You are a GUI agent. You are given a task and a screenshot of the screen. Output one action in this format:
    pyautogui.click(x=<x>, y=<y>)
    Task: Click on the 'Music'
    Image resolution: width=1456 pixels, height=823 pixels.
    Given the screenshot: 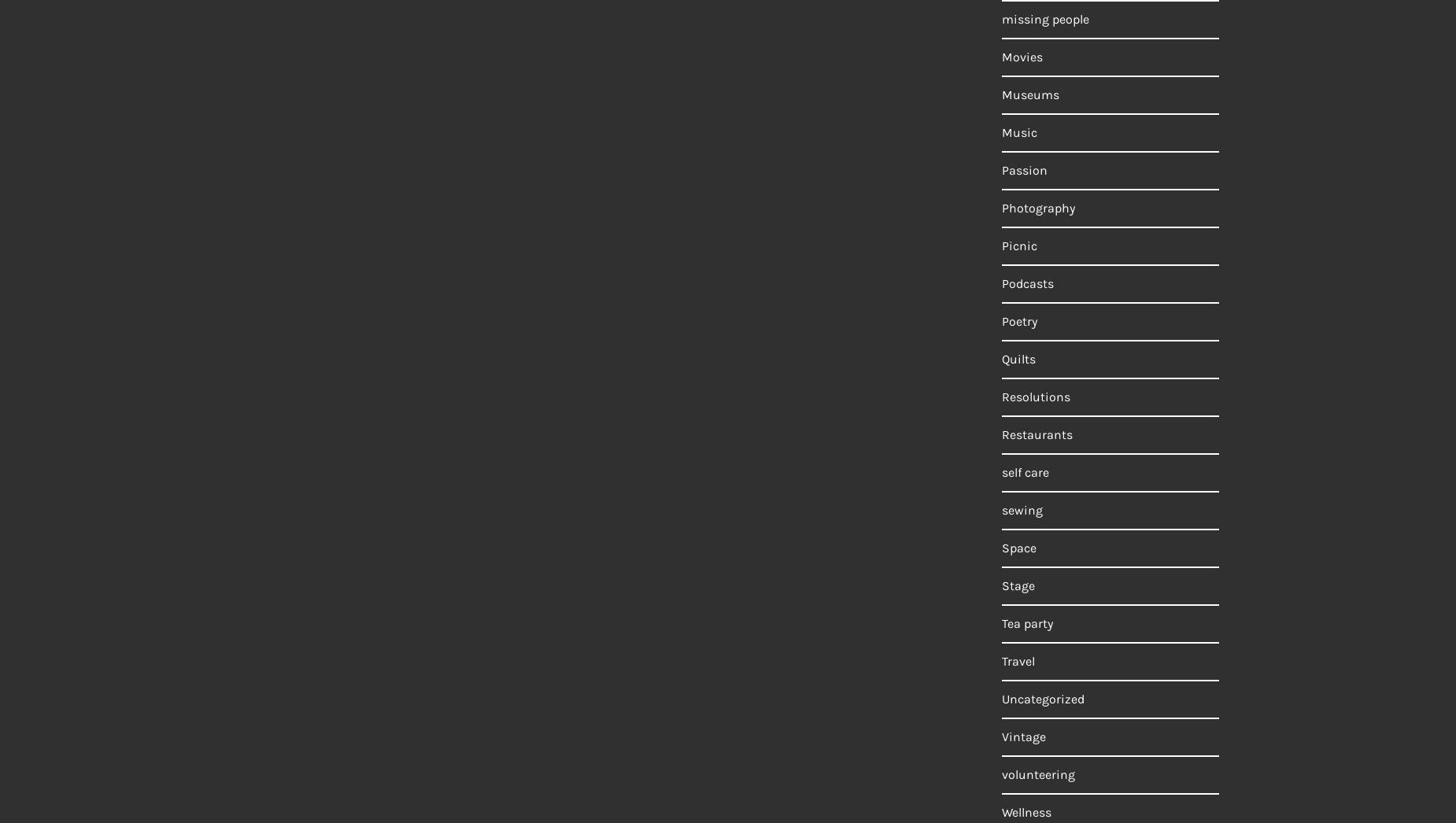 What is the action you would take?
    pyautogui.click(x=1018, y=132)
    